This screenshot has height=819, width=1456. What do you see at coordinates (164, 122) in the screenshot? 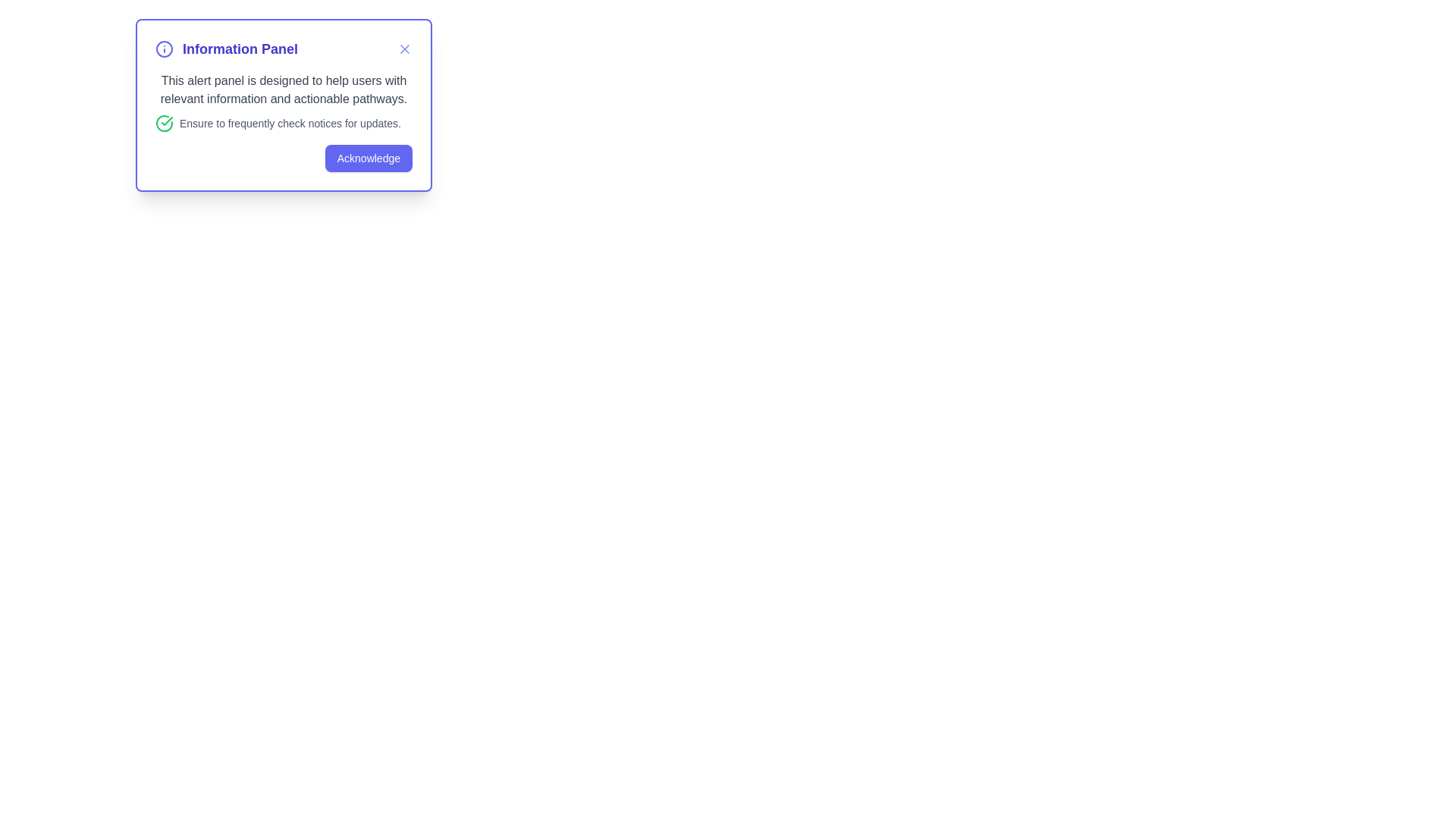
I see `the positive status icon located at the bottom-left corner of the notice panel` at bounding box center [164, 122].